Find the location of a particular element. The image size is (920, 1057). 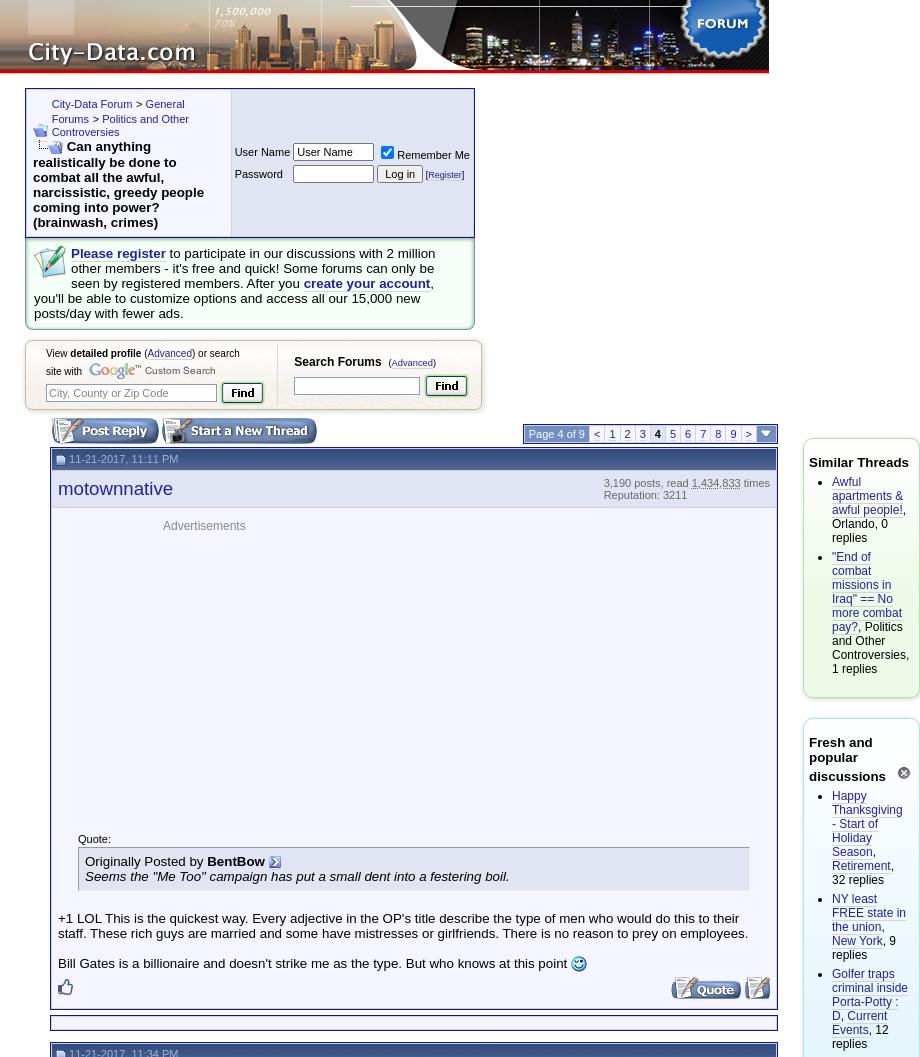

'Search Forums' is located at coordinates (337, 362).